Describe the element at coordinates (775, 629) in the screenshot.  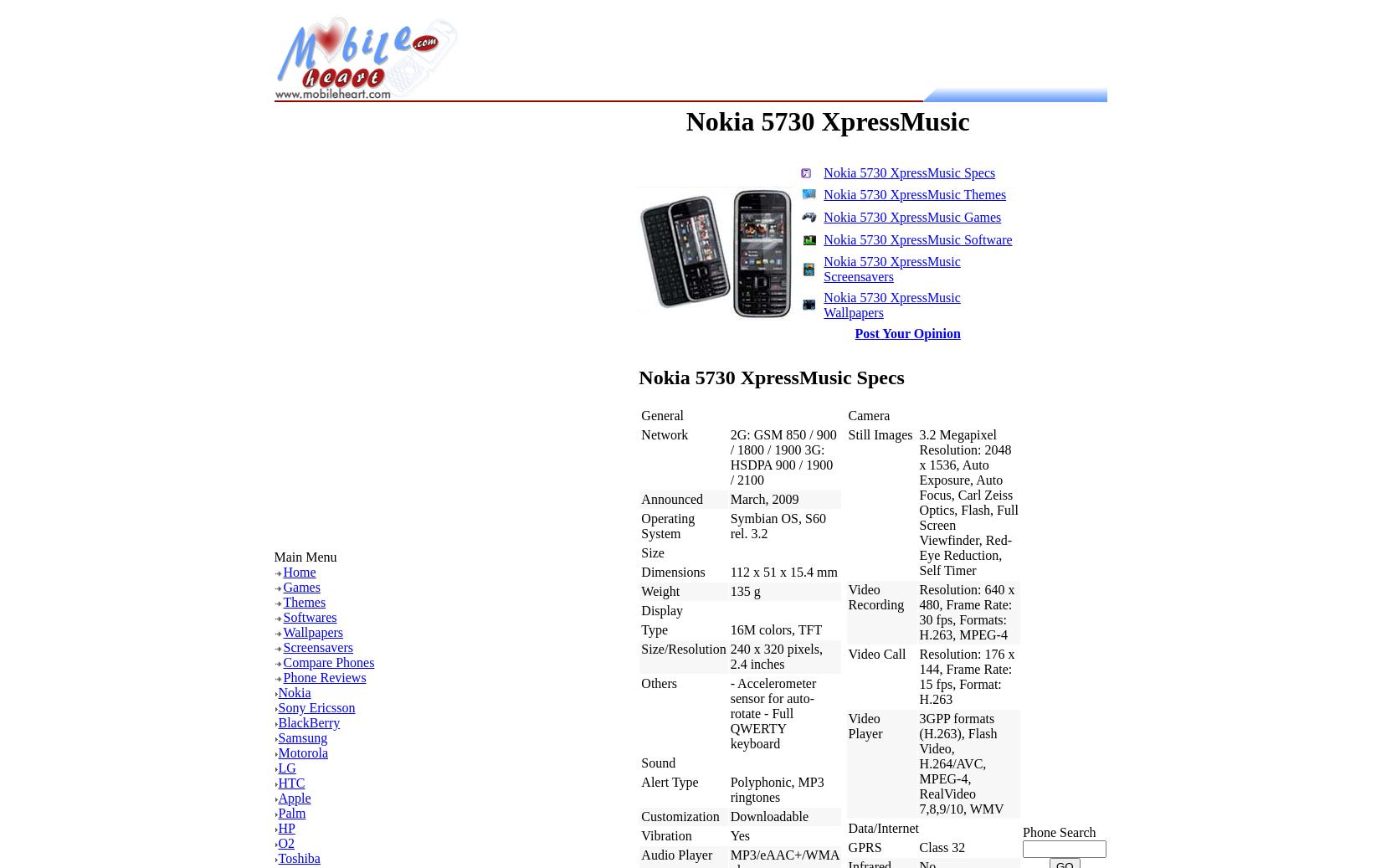
I see `'16M colors, TFT'` at that location.